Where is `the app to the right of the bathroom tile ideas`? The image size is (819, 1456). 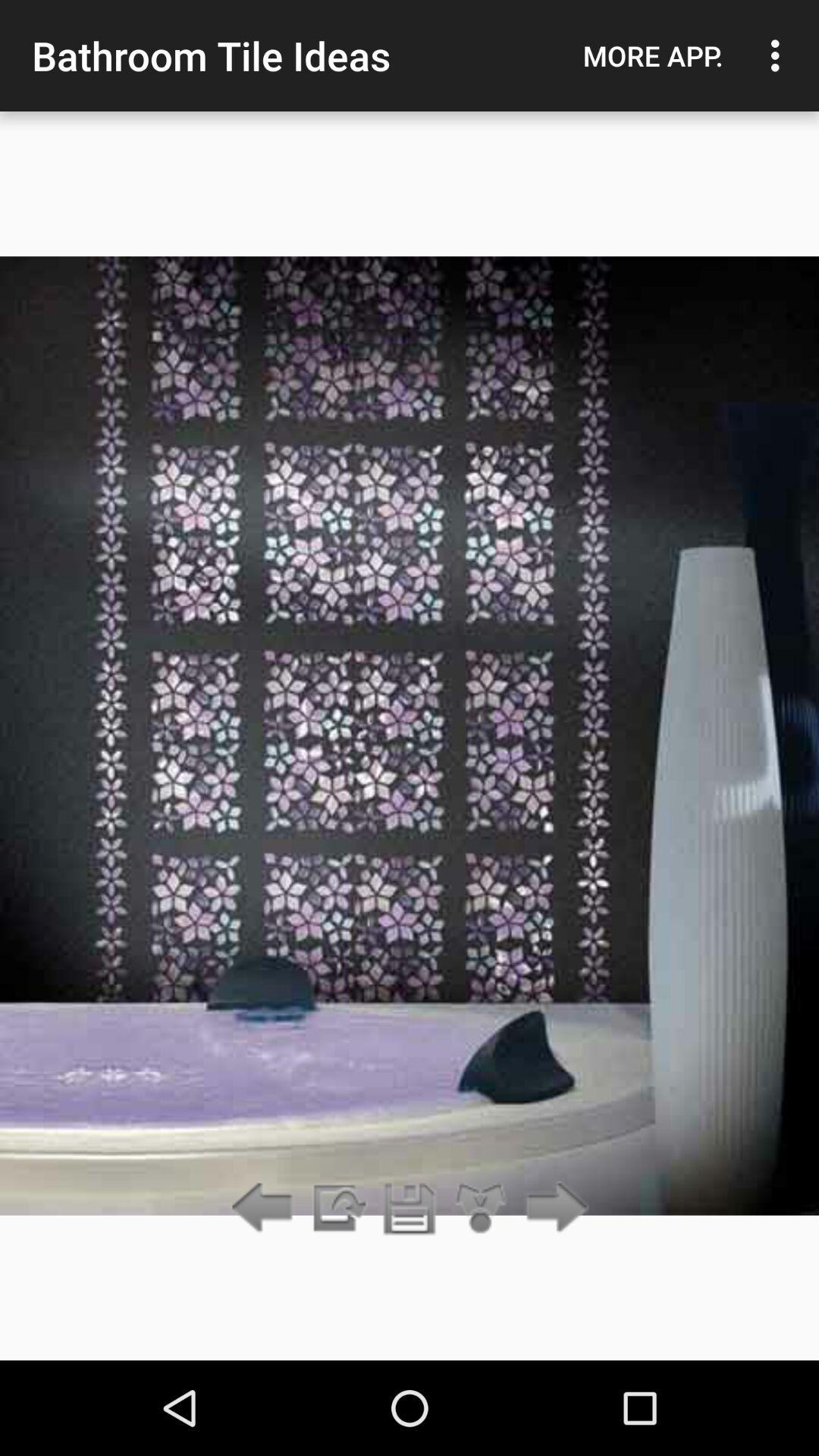 the app to the right of the bathroom tile ideas is located at coordinates (652, 55).